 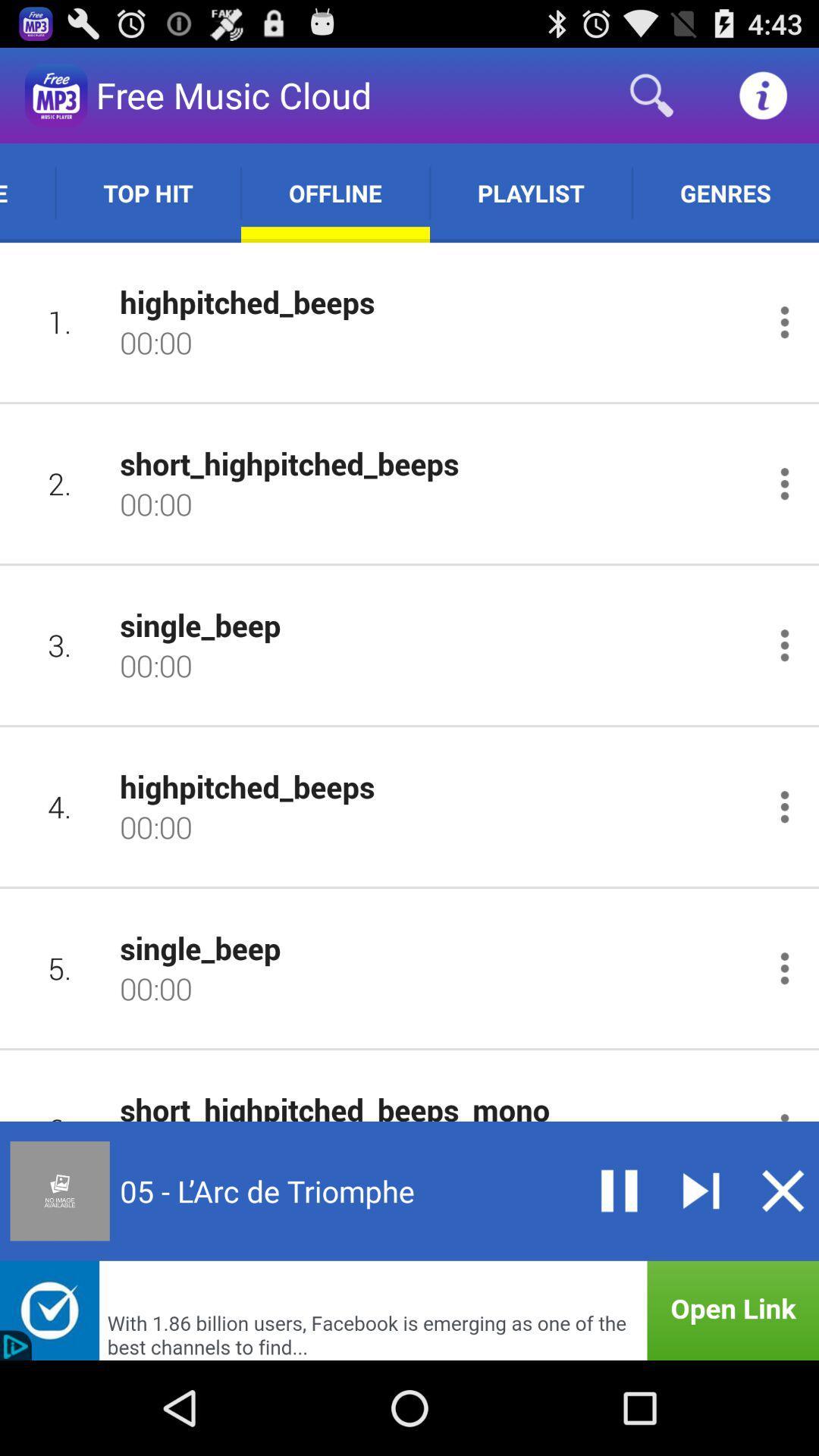 What do you see at coordinates (783, 1190) in the screenshot?
I see `song` at bounding box center [783, 1190].